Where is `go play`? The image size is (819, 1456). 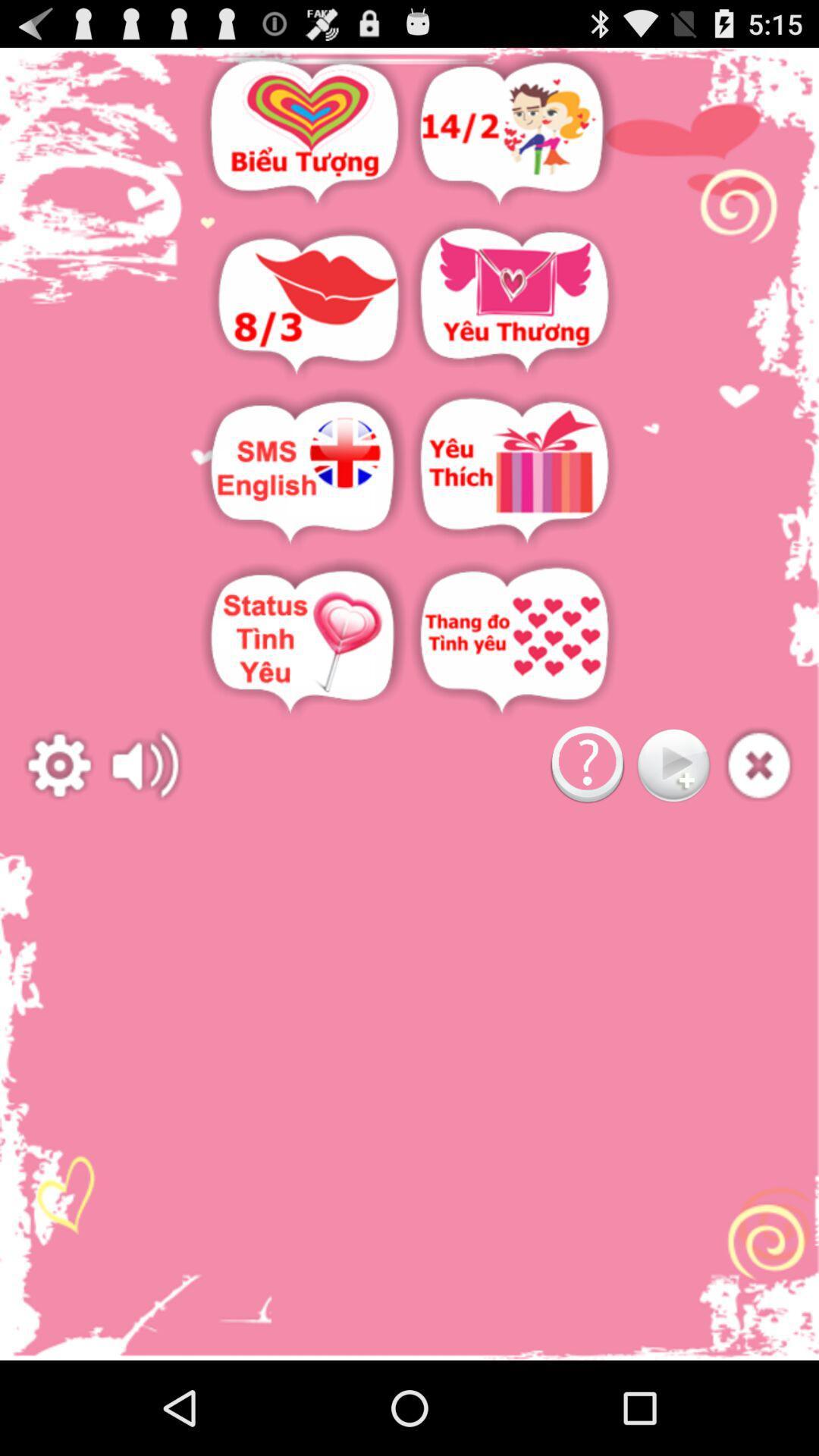
go play is located at coordinates (672, 765).